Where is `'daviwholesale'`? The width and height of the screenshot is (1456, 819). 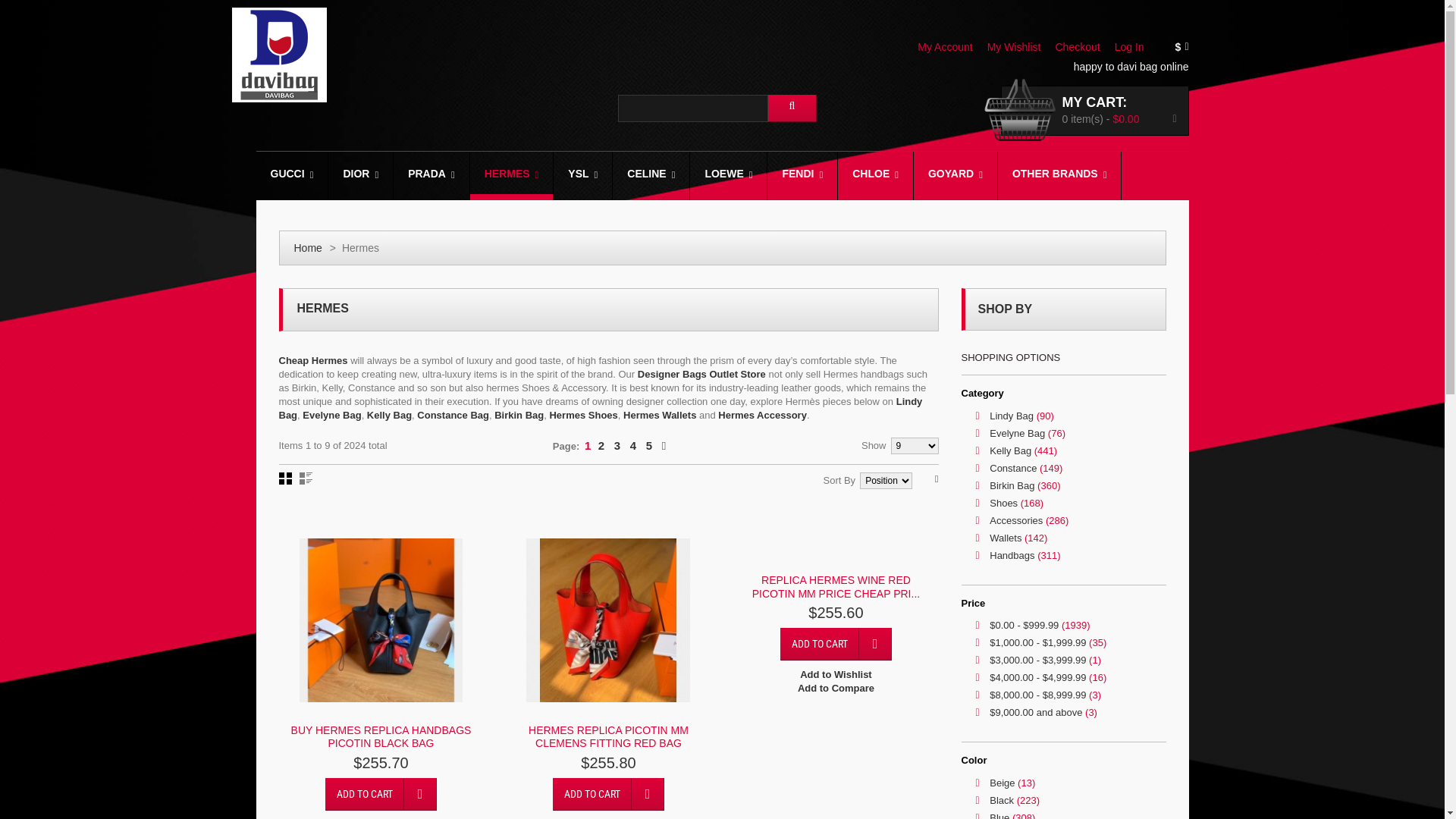 'daviwholesale' is located at coordinates (279, 54).